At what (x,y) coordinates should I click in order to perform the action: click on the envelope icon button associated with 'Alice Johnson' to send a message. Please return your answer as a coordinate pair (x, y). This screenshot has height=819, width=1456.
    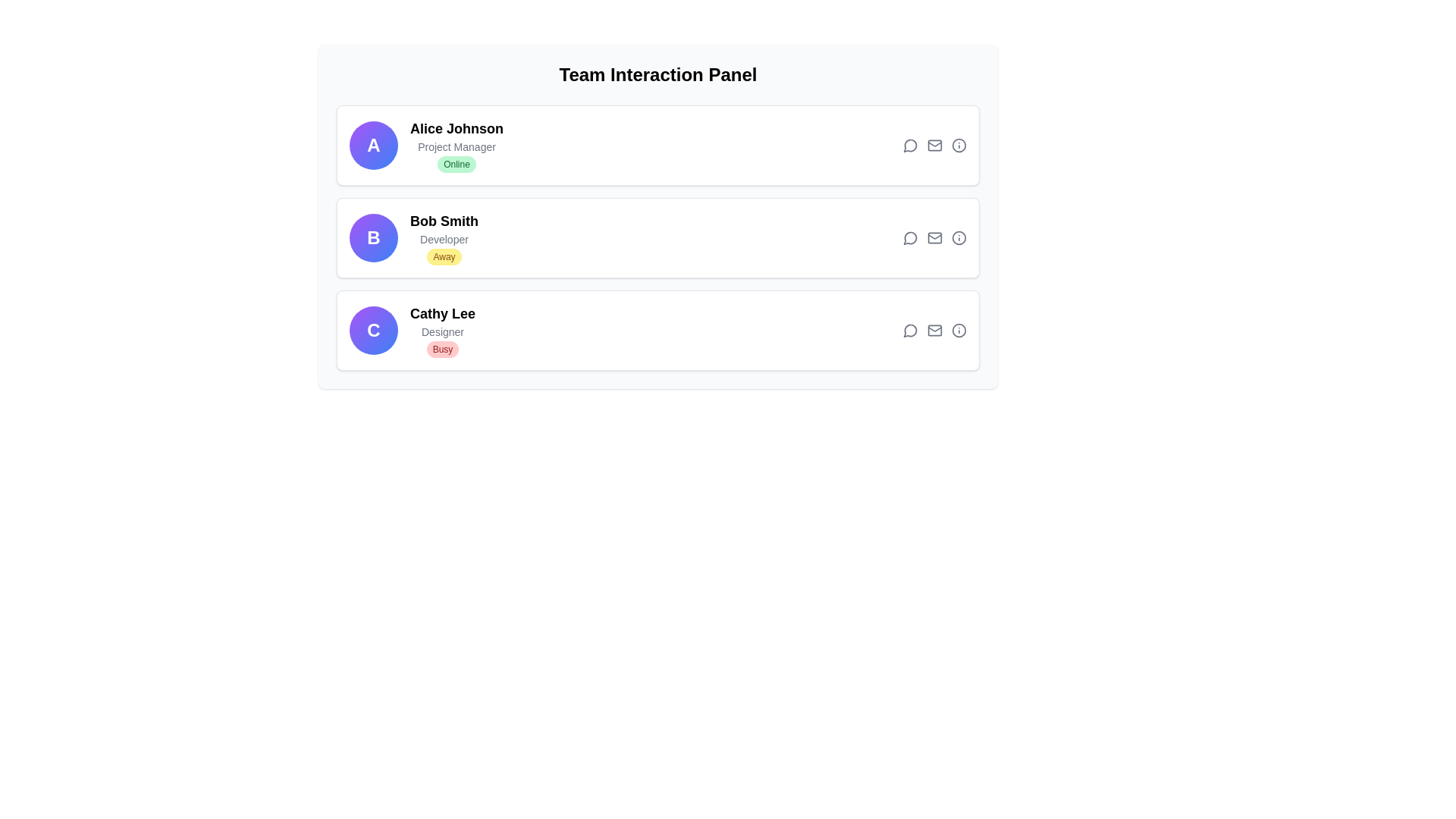
    Looking at the image, I should click on (934, 146).